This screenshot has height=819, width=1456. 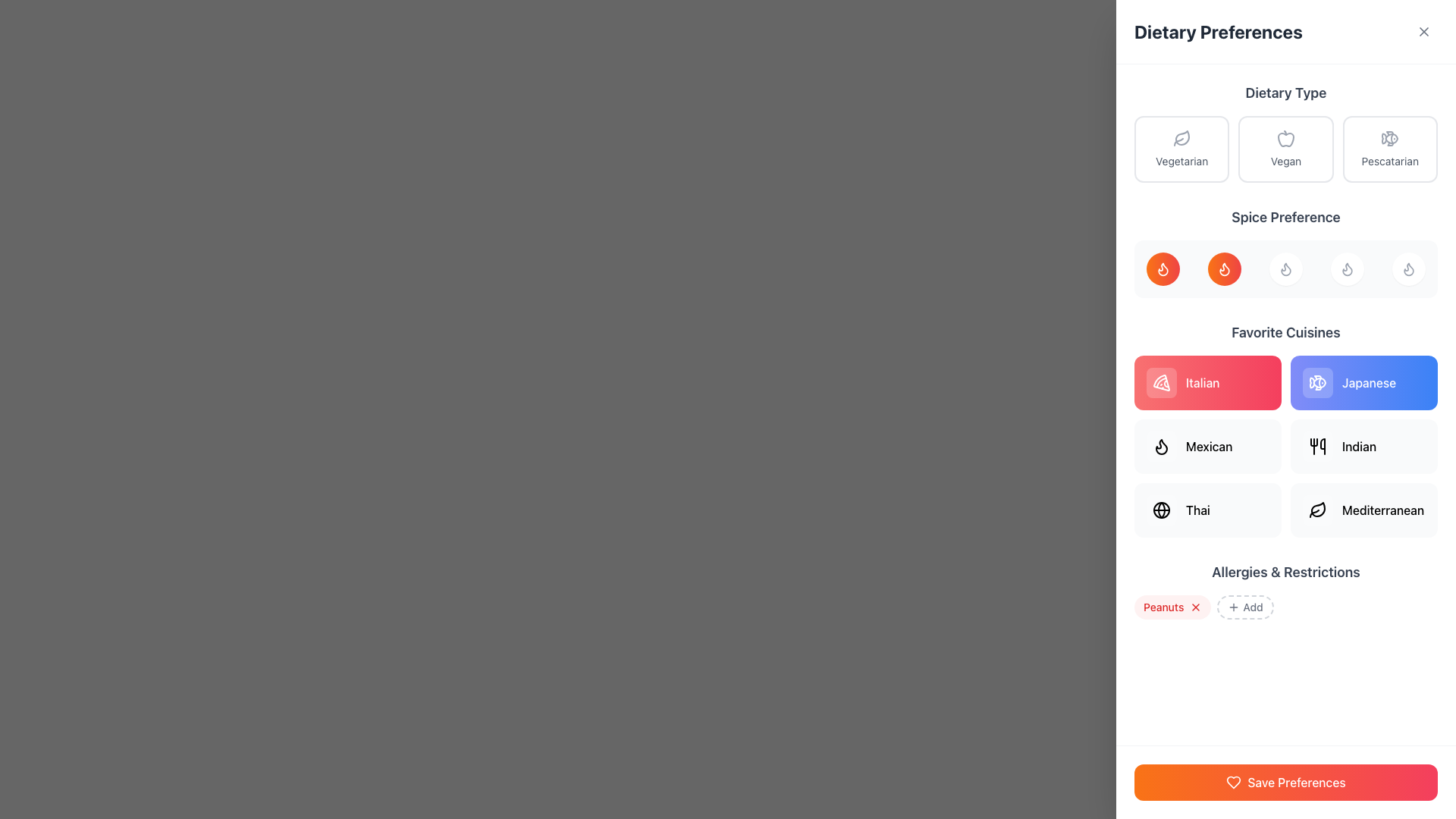 What do you see at coordinates (1224, 268) in the screenshot?
I see `the interactive circular button with a gradient orange-to-red background and a white flame icon, located` at bounding box center [1224, 268].